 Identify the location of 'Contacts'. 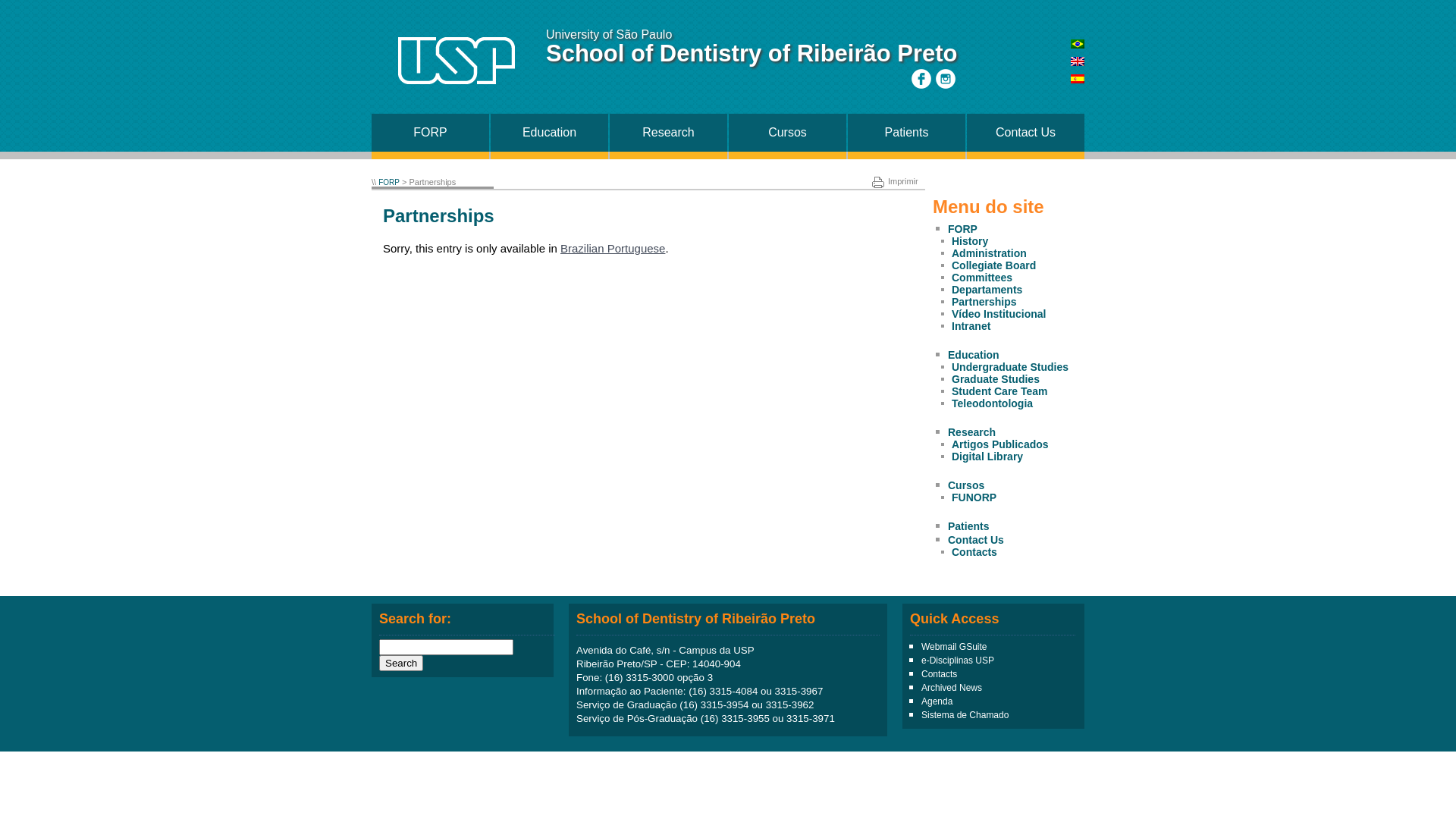
(938, 673).